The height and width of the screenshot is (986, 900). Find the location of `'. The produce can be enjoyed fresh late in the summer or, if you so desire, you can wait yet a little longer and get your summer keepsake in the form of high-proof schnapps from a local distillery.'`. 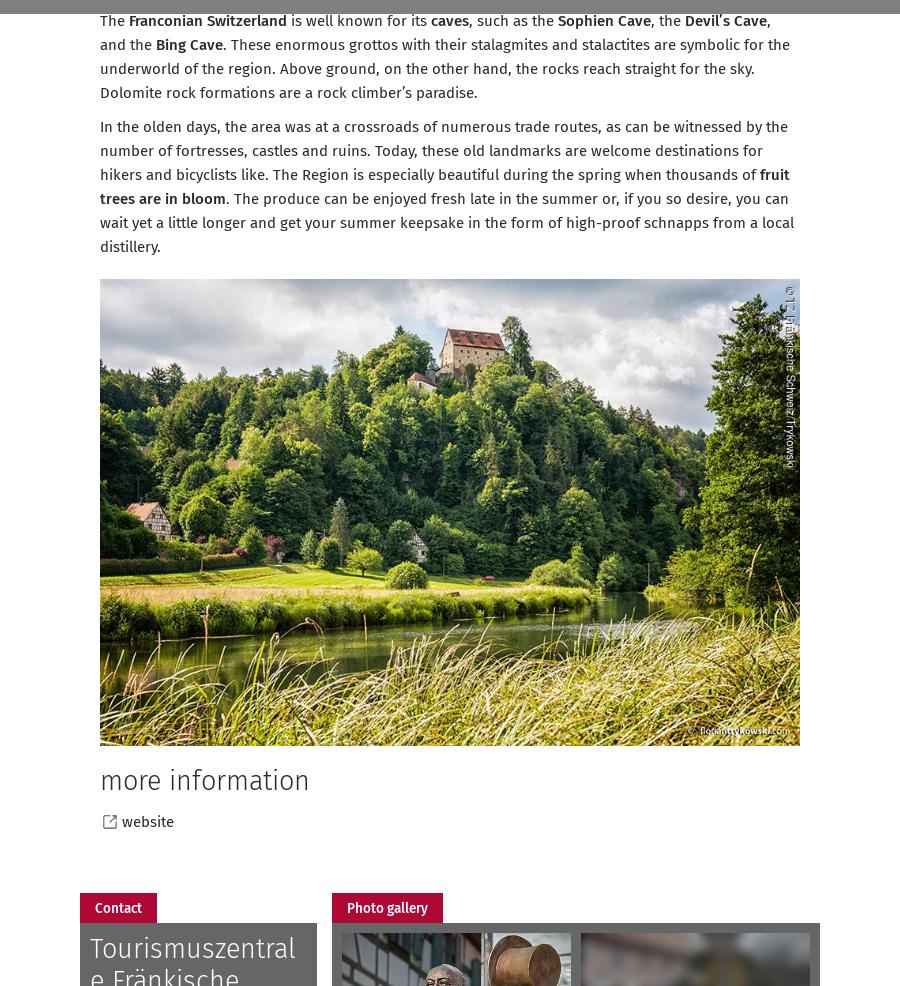

'. The produce can be enjoyed fresh late in the summer or, if you so desire, you can wait yet a little longer and get your summer keepsake in the form of high-proof schnapps from a local distillery.' is located at coordinates (98, 222).